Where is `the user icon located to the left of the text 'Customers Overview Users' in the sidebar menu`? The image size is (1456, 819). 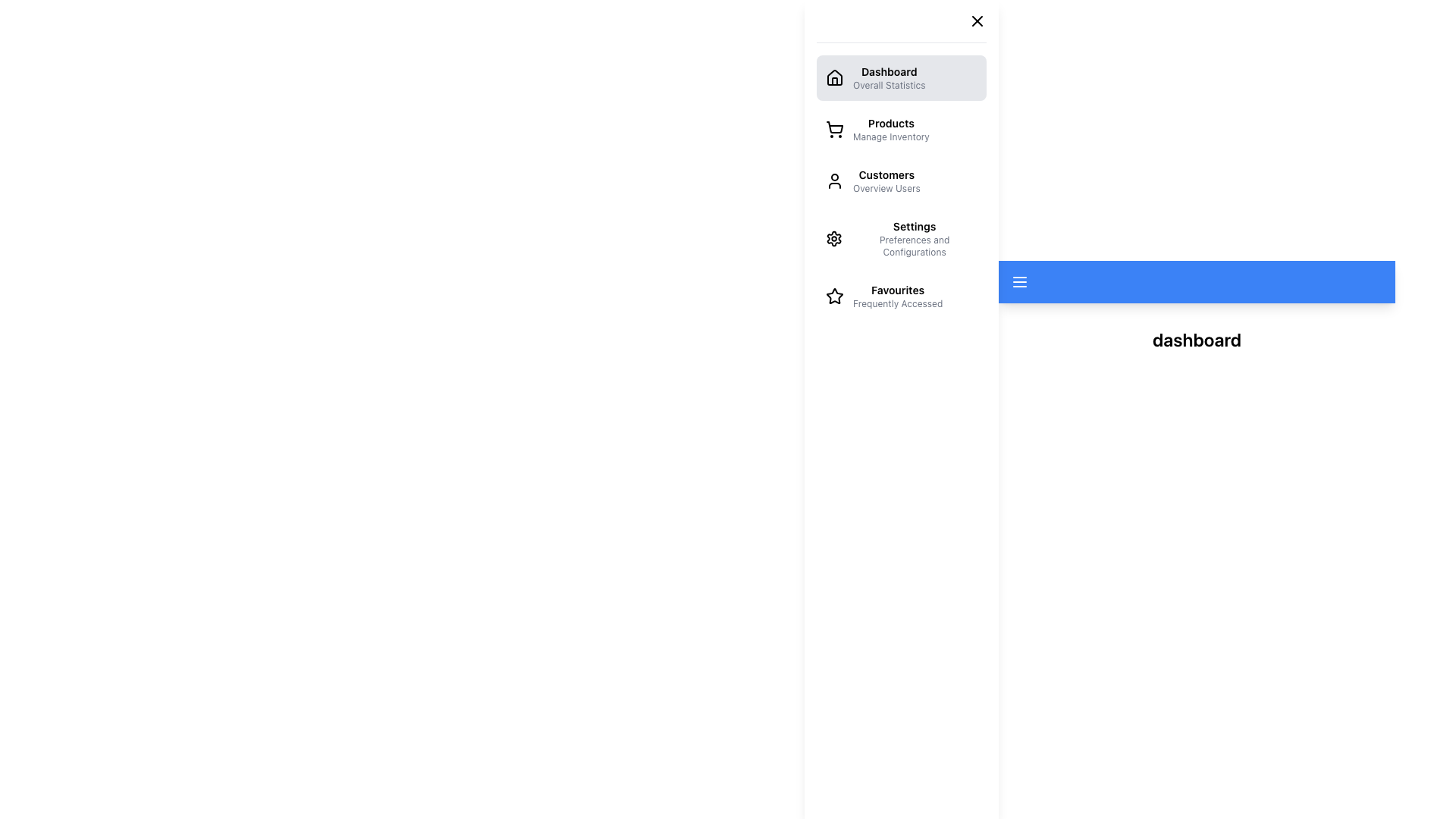 the user icon located to the left of the text 'Customers Overview Users' in the sidebar menu is located at coordinates (833, 180).